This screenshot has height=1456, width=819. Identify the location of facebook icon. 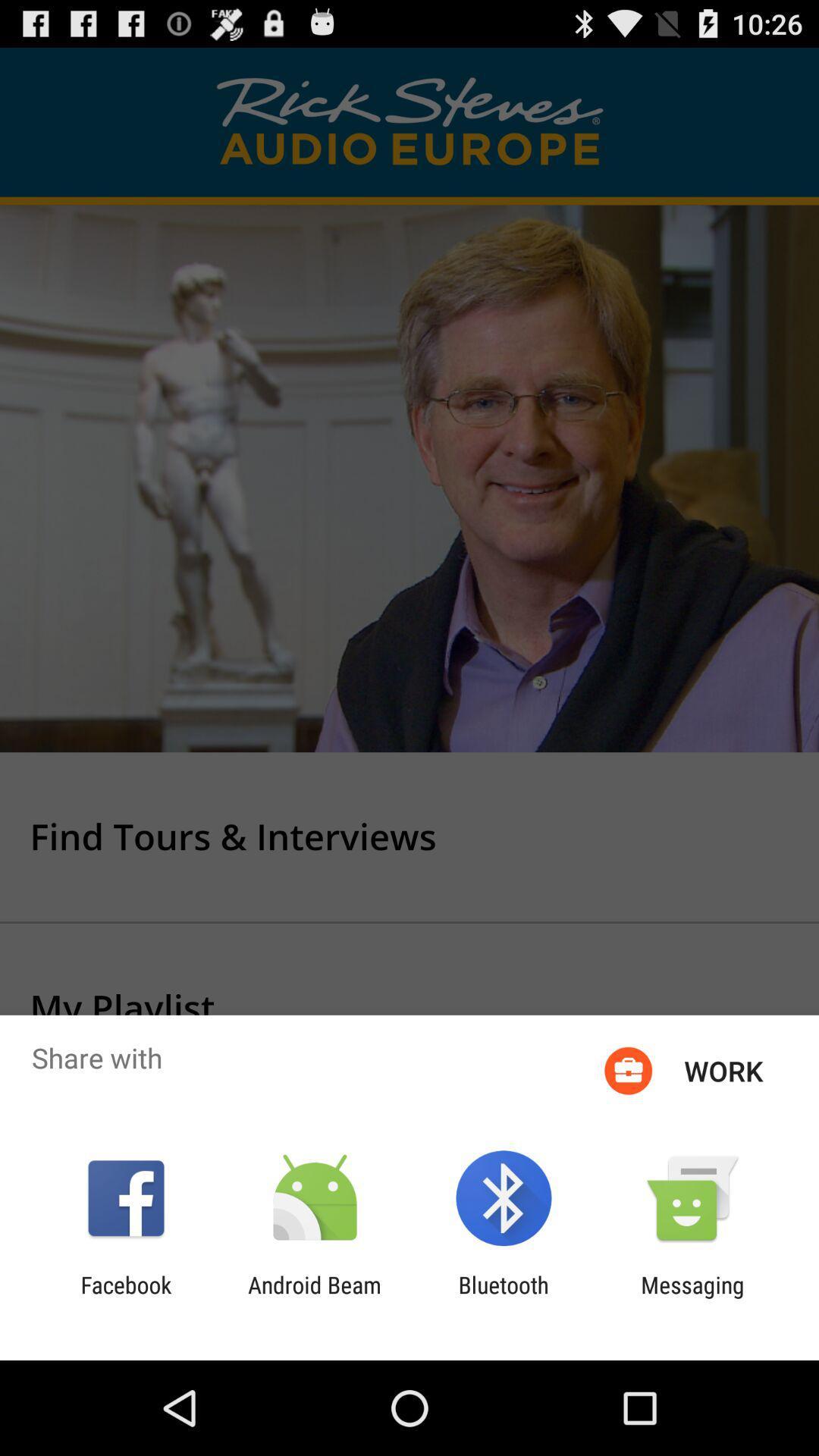
(125, 1298).